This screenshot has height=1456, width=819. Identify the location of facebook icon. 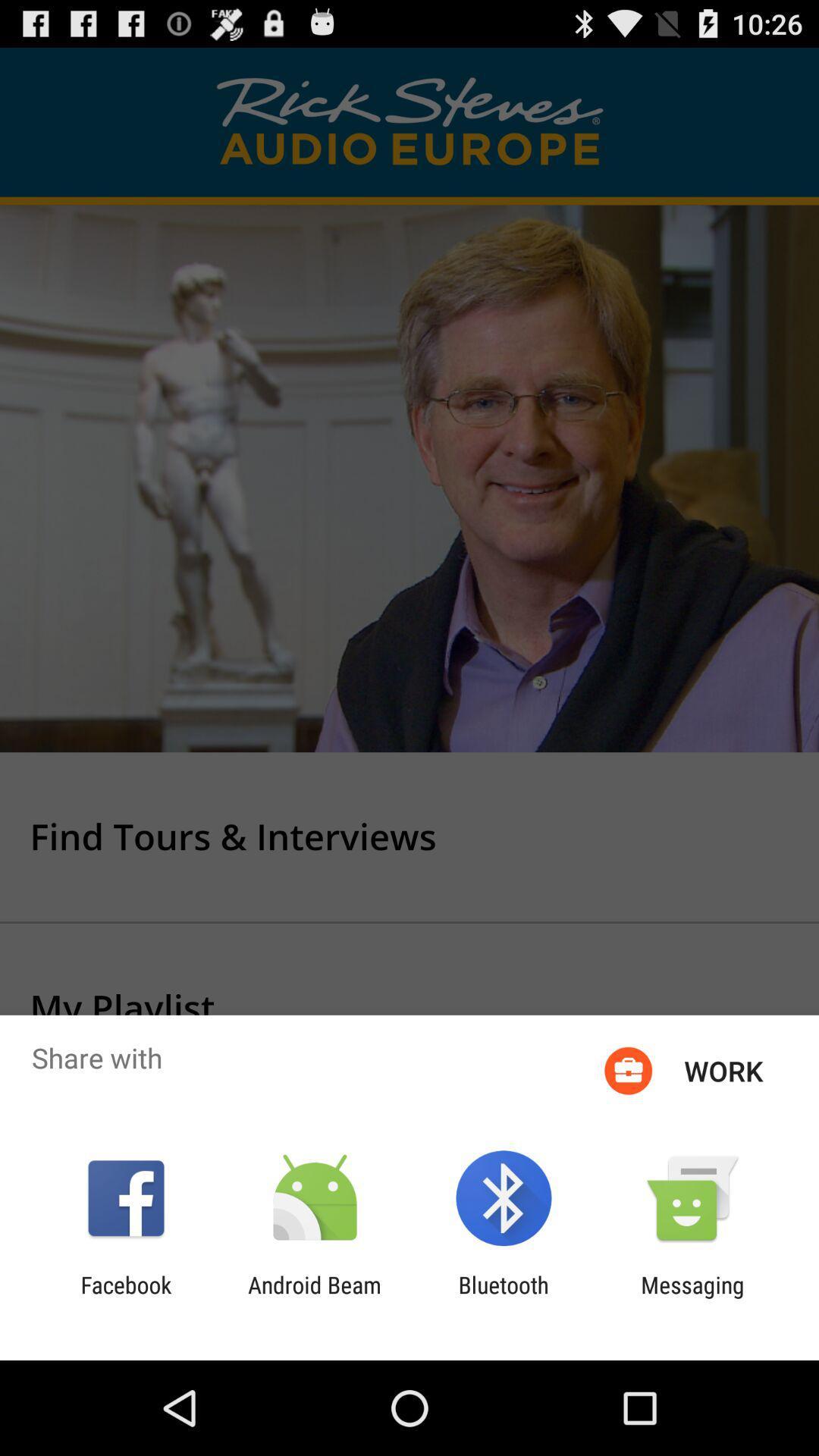
(125, 1298).